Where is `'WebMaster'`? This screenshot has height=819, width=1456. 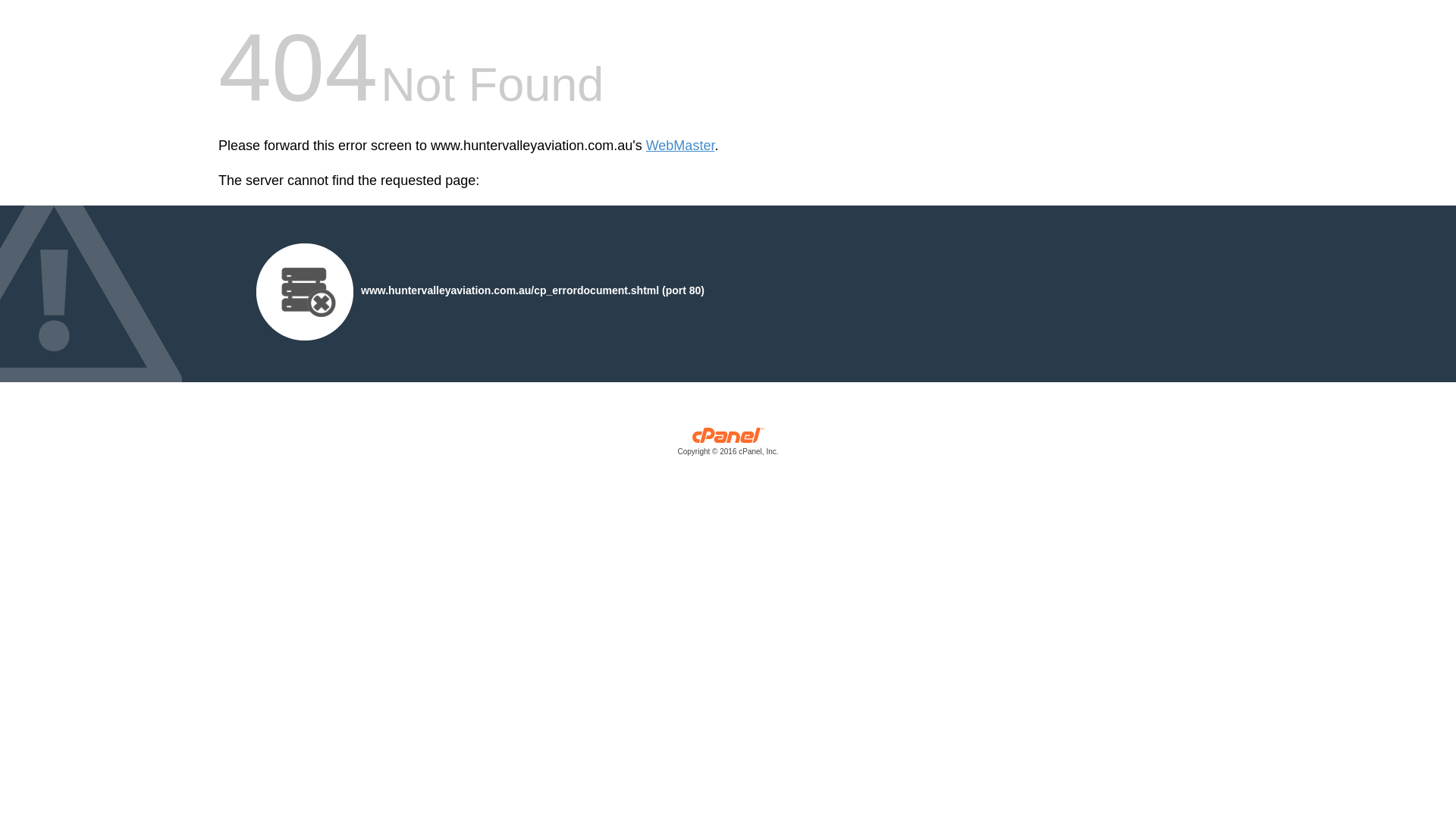 'WebMaster' is located at coordinates (679, 146).